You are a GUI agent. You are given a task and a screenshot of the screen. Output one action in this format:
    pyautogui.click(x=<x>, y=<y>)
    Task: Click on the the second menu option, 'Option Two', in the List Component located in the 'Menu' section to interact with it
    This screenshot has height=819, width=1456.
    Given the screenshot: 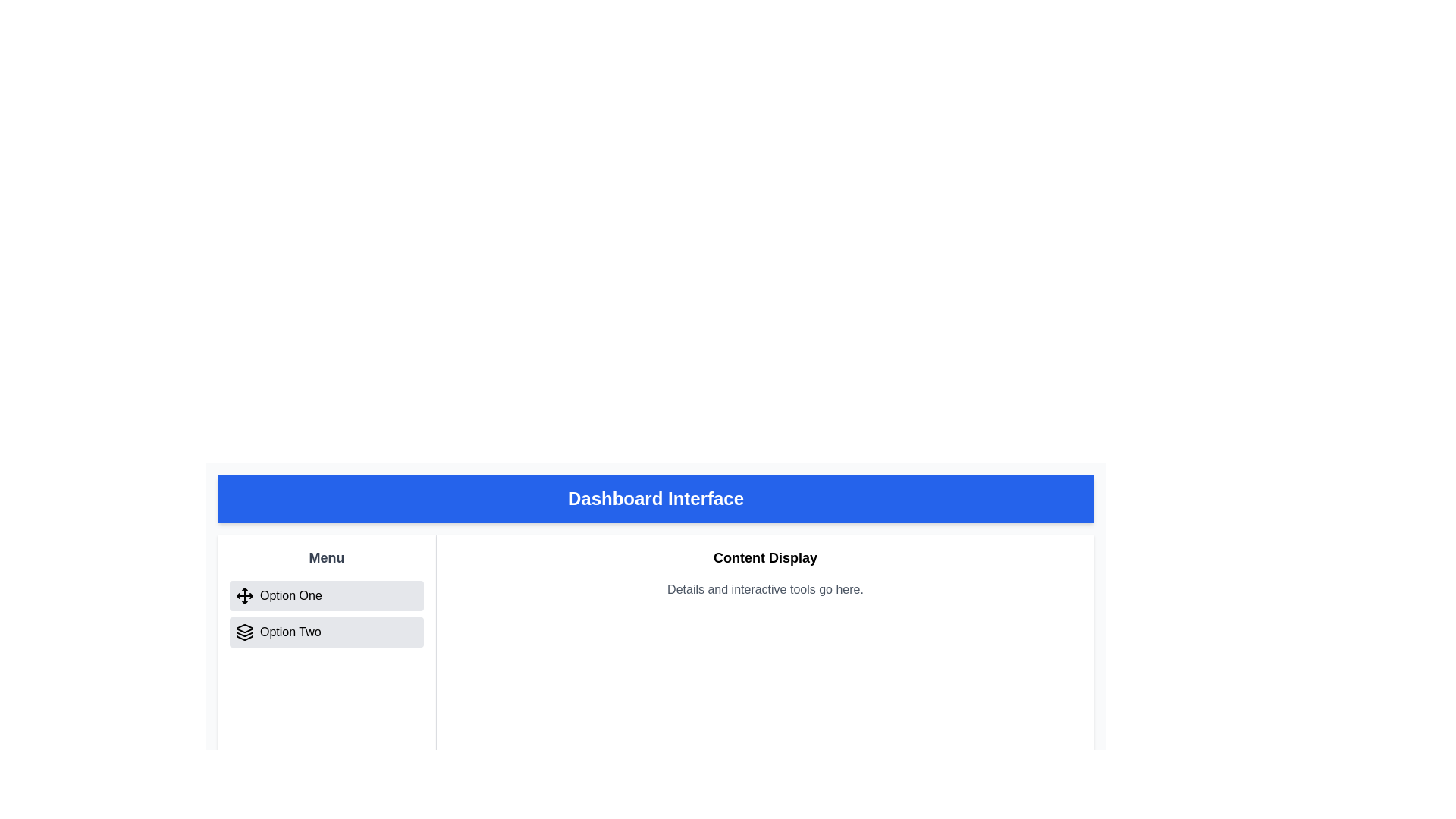 What is the action you would take?
    pyautogui.click(x=326, y=614)
    